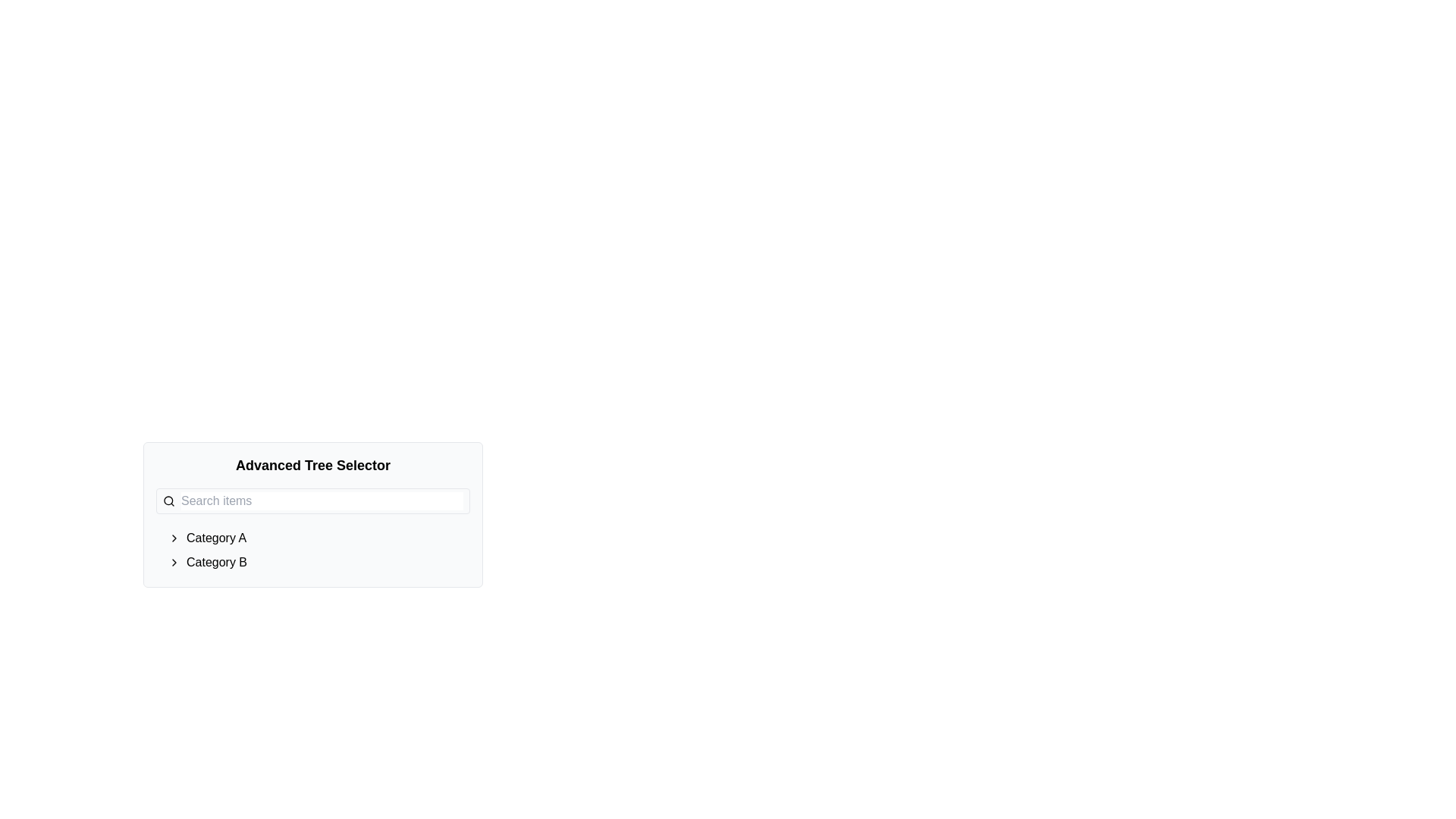  What do you see at coordinates (318, 550) in the screenshot?
I see `the vertical list component with expandable/collapsible items located centrally in the interface below the title 'Advanced Tree Selector'` at bounding box center [318, 550].